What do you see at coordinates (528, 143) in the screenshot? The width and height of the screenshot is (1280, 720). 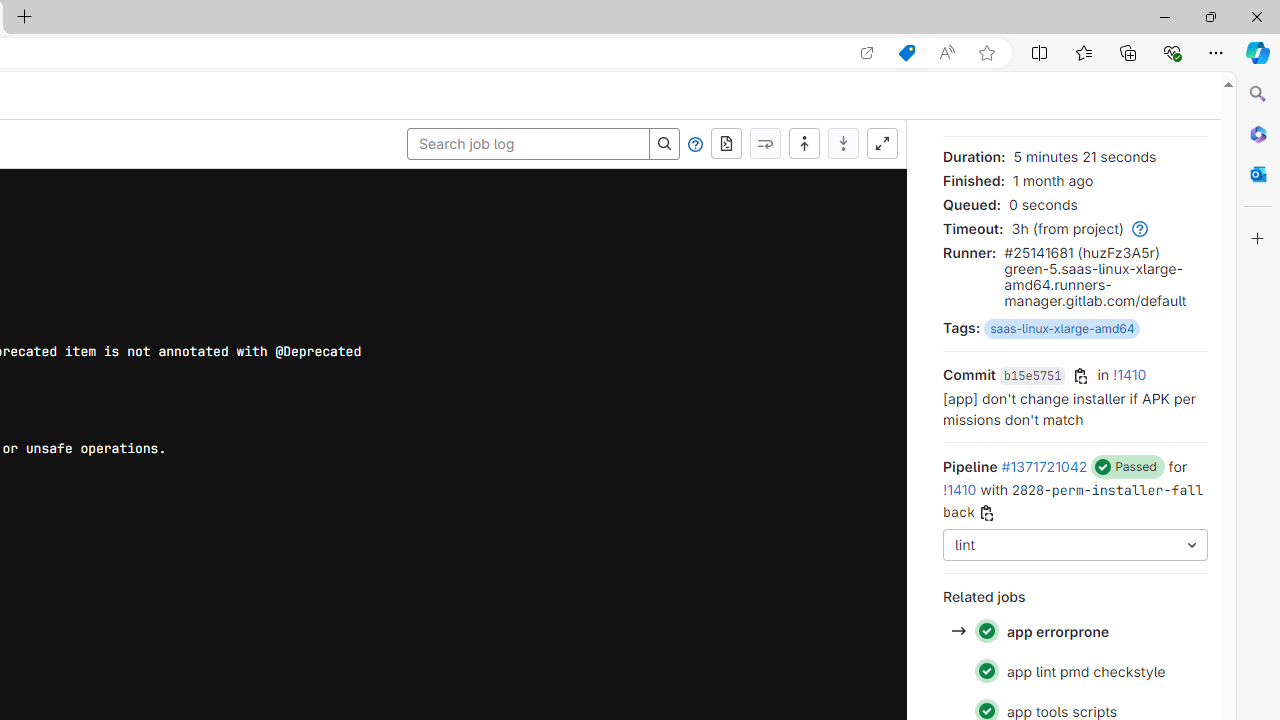 I see `'Search job log'` at bounding box center [528, 143].